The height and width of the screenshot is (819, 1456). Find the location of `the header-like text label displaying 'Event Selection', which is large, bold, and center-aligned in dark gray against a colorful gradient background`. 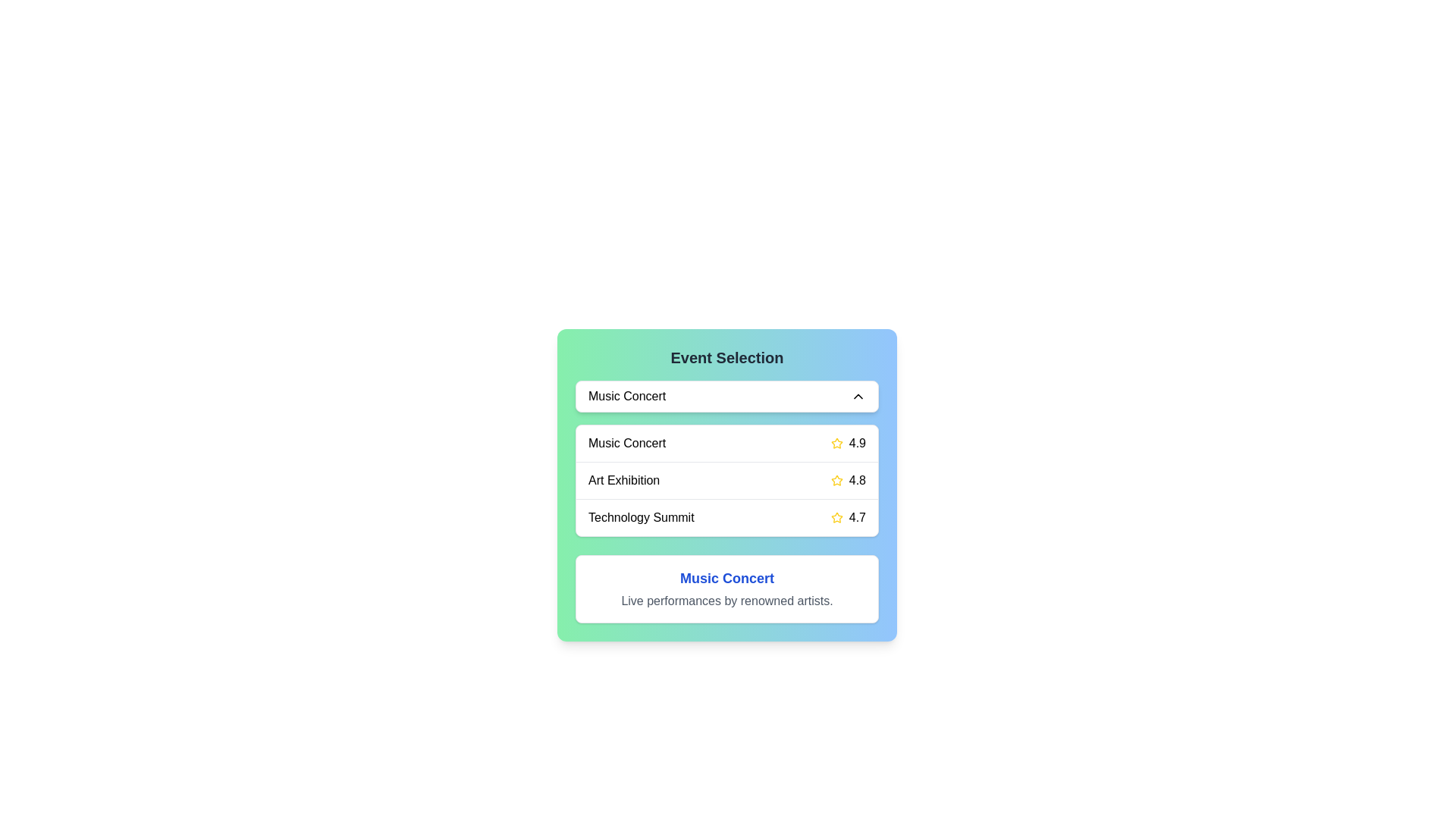

the header-like text label displaying 'Event Selection', which is large, bold, and center-aligned in dark gray against a colorful gradient background is located at coordinates (726, 357).